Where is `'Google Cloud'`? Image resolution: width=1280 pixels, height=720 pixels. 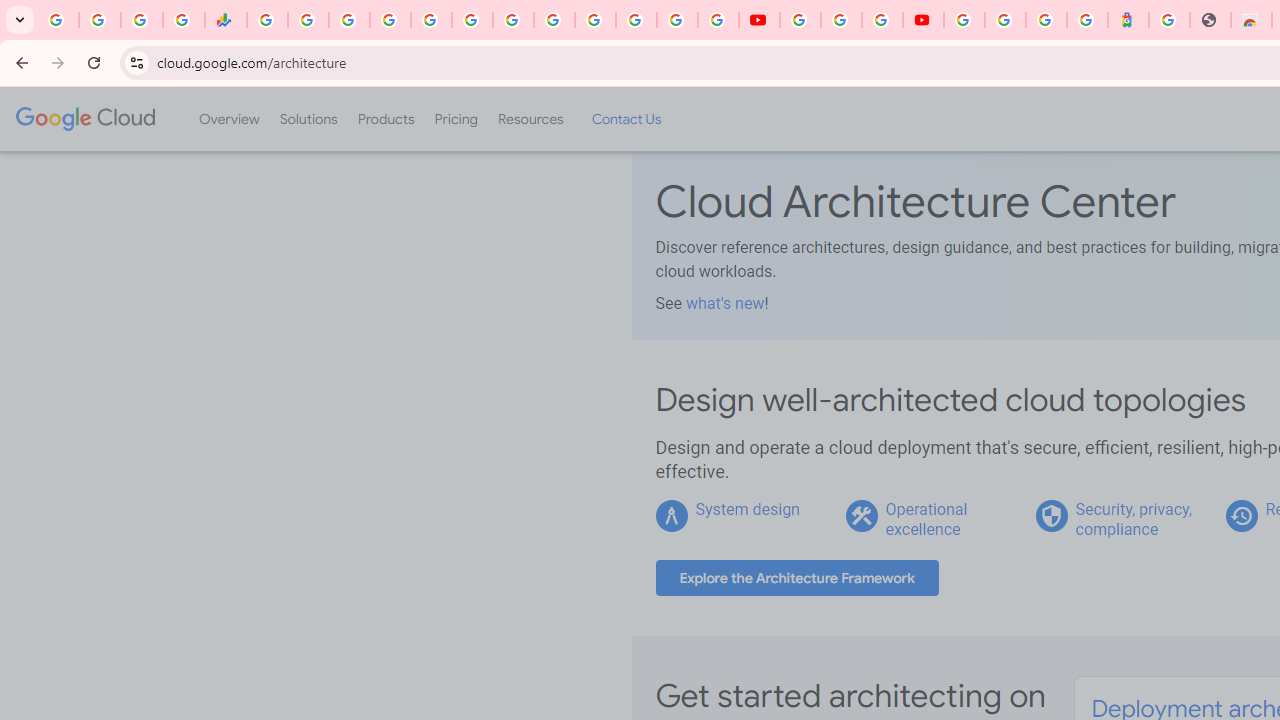 'Google Cloud' is located at coordinates (84, 119).